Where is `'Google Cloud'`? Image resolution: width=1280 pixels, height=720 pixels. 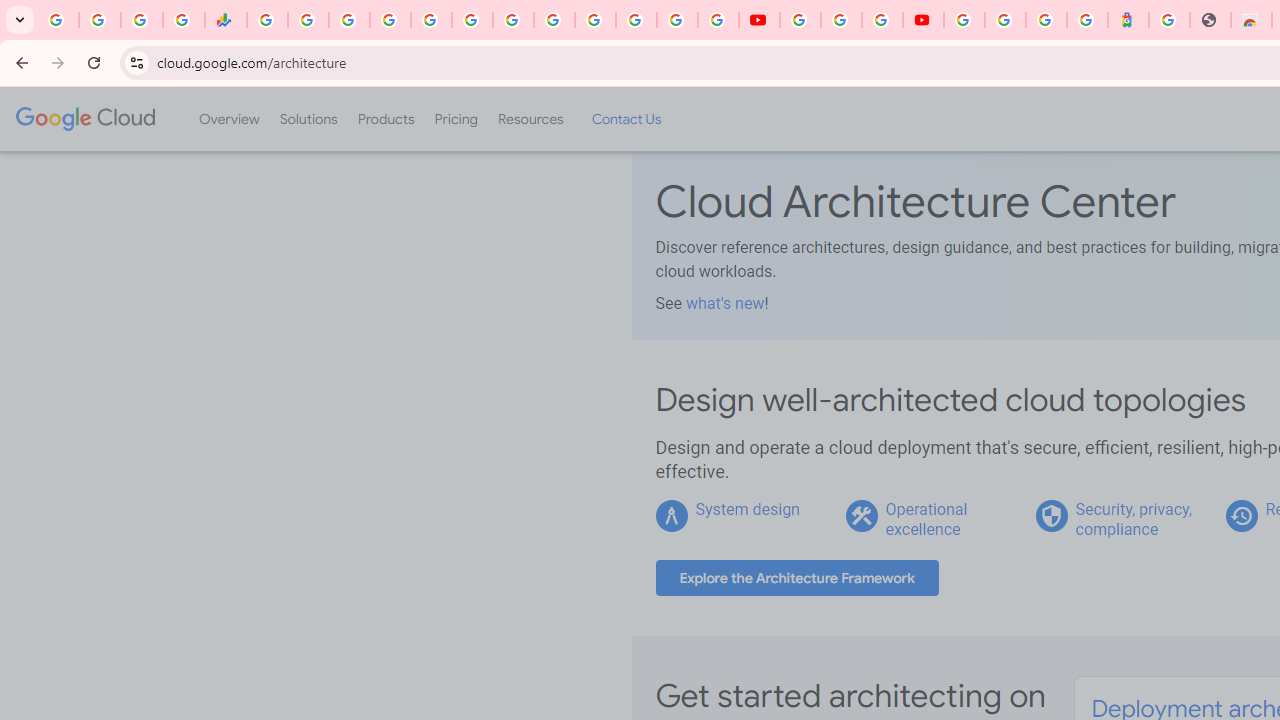 'Google Cloud' is located at coordinates (84, 119).